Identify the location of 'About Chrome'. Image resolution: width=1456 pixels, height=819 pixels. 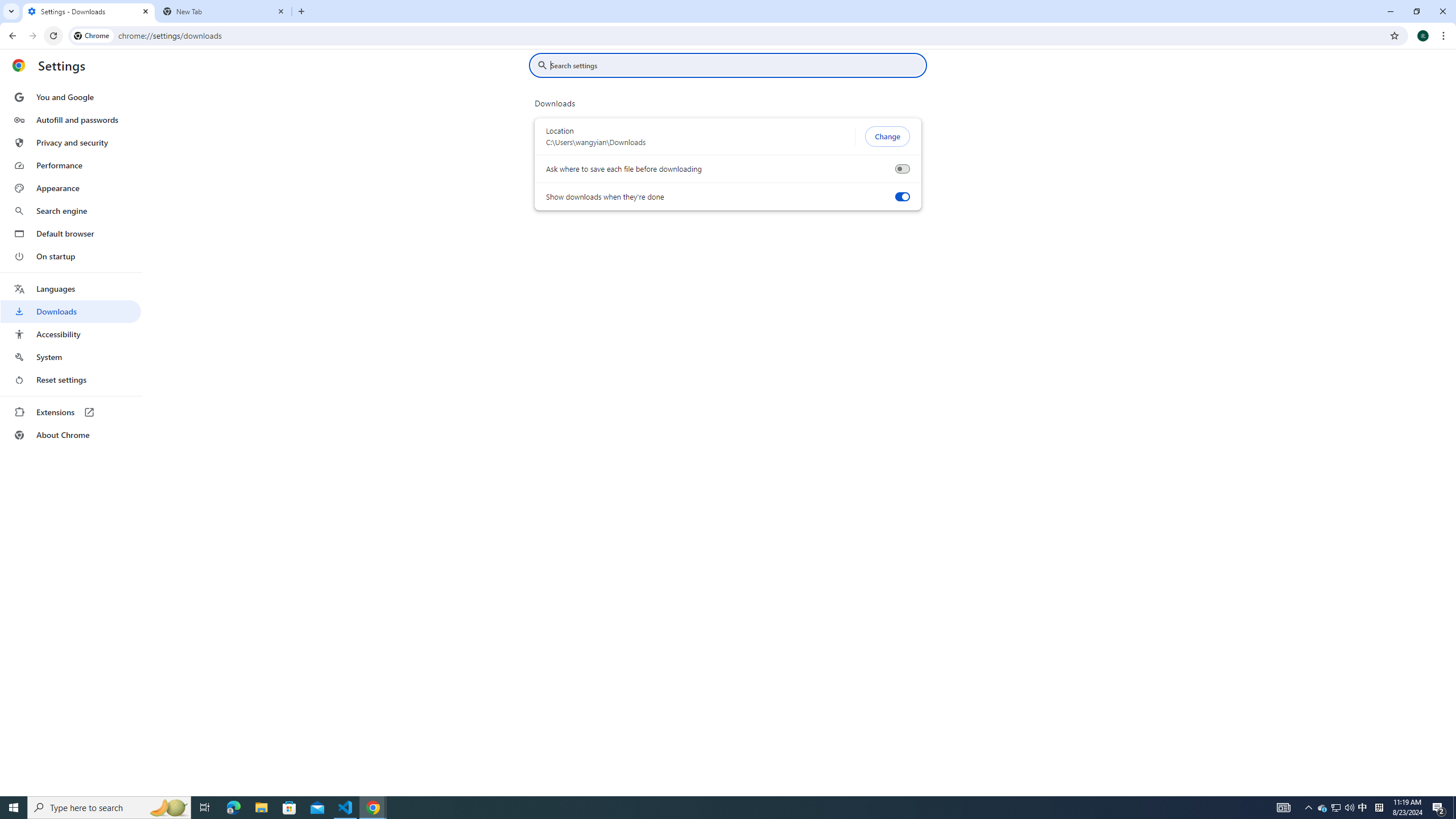
(70, 434).